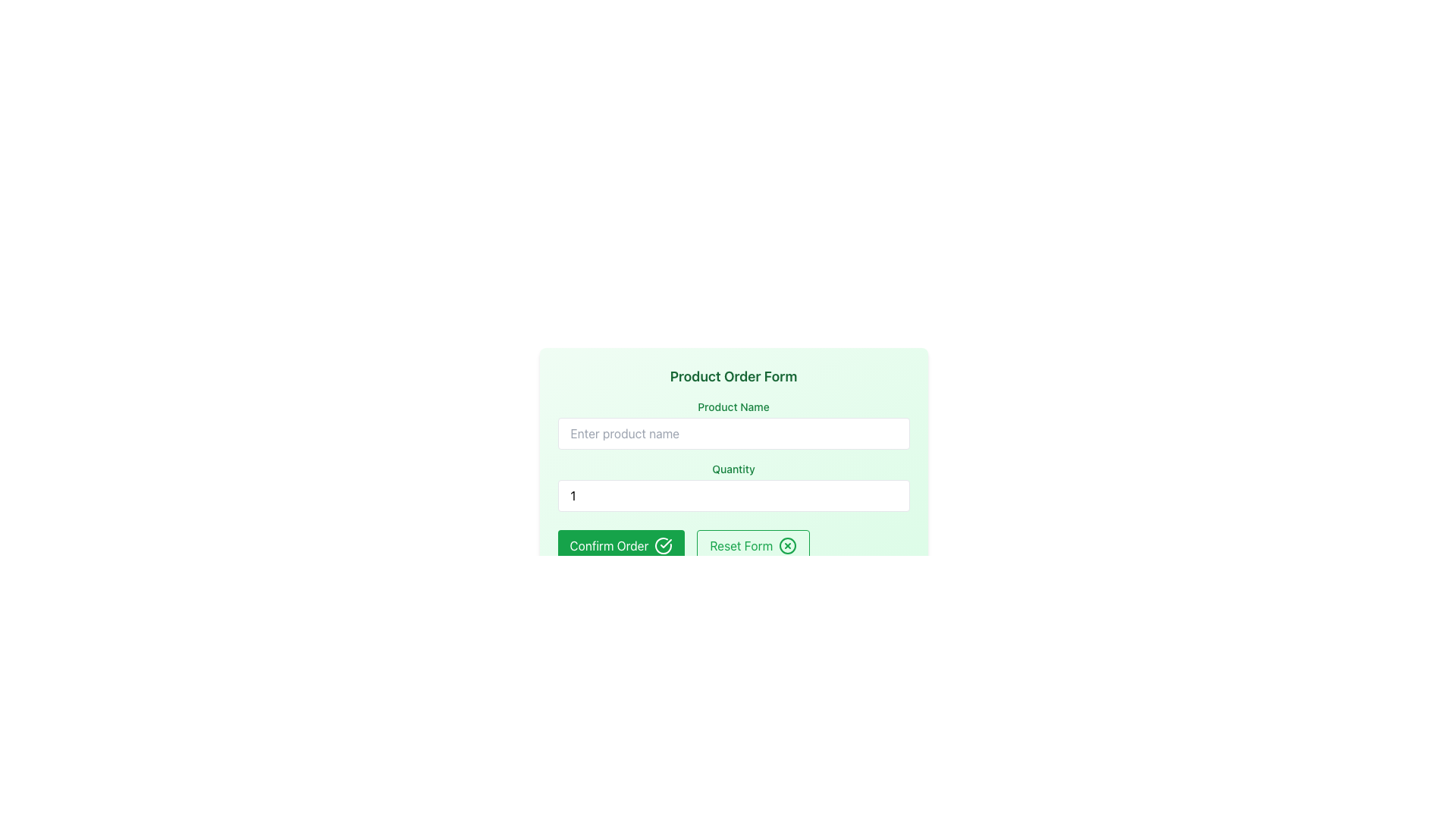 The height and width of the screenshot is (819, 1456). What do you see at coordinates (664, 546) in the screenshot?
I see `the circular green icon with a checkmark inside, located on the right side of the 'Confirm Order' button, adjacent to the text label 'Confirm Order'` at bounding box center [664, 546].